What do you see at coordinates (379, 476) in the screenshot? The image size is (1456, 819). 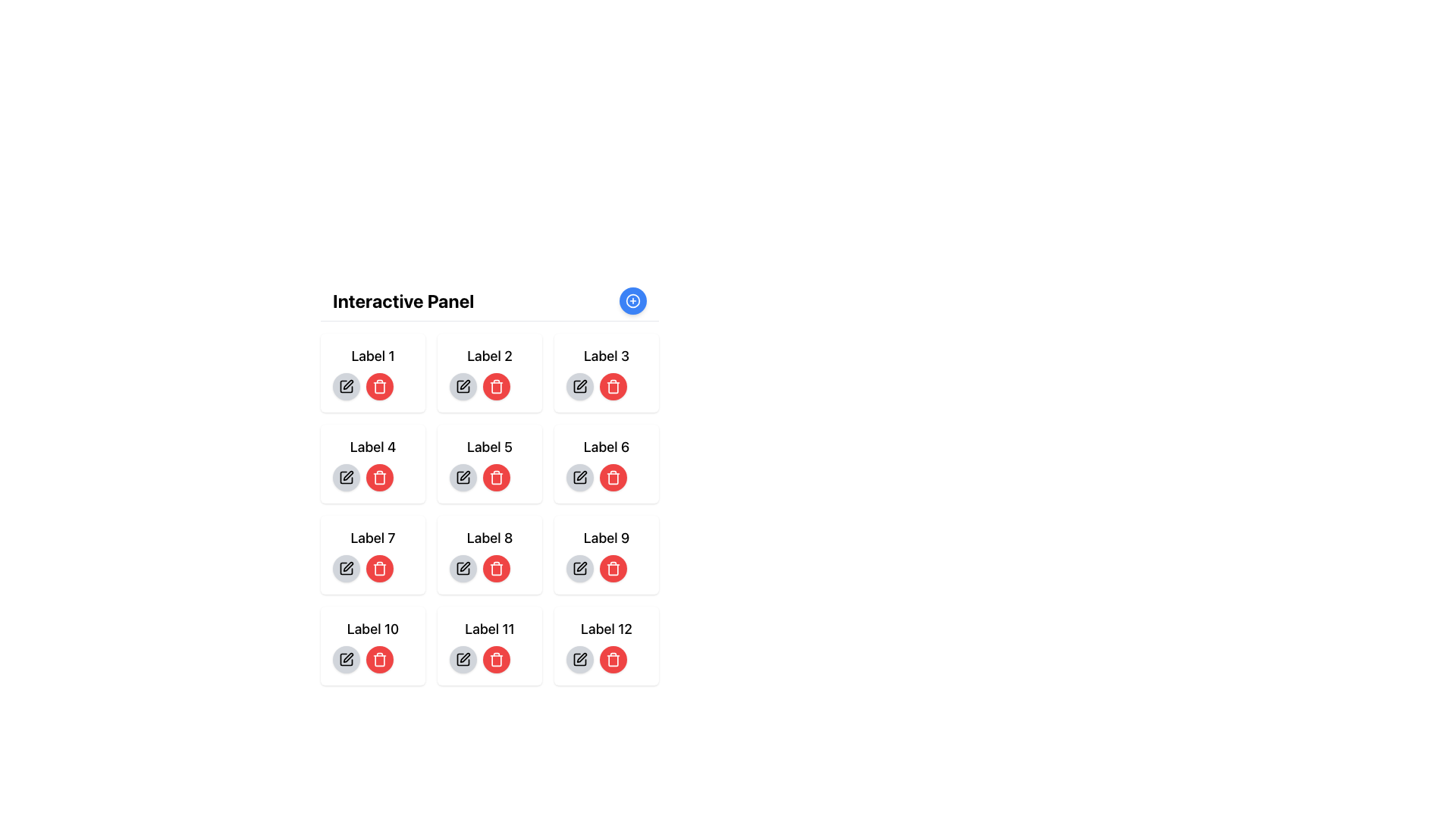 I see `the second button in the horizontal pair within the card labeled 'Label 4' located in the fourth row of the grid layout` at bounding box center [379, 476].